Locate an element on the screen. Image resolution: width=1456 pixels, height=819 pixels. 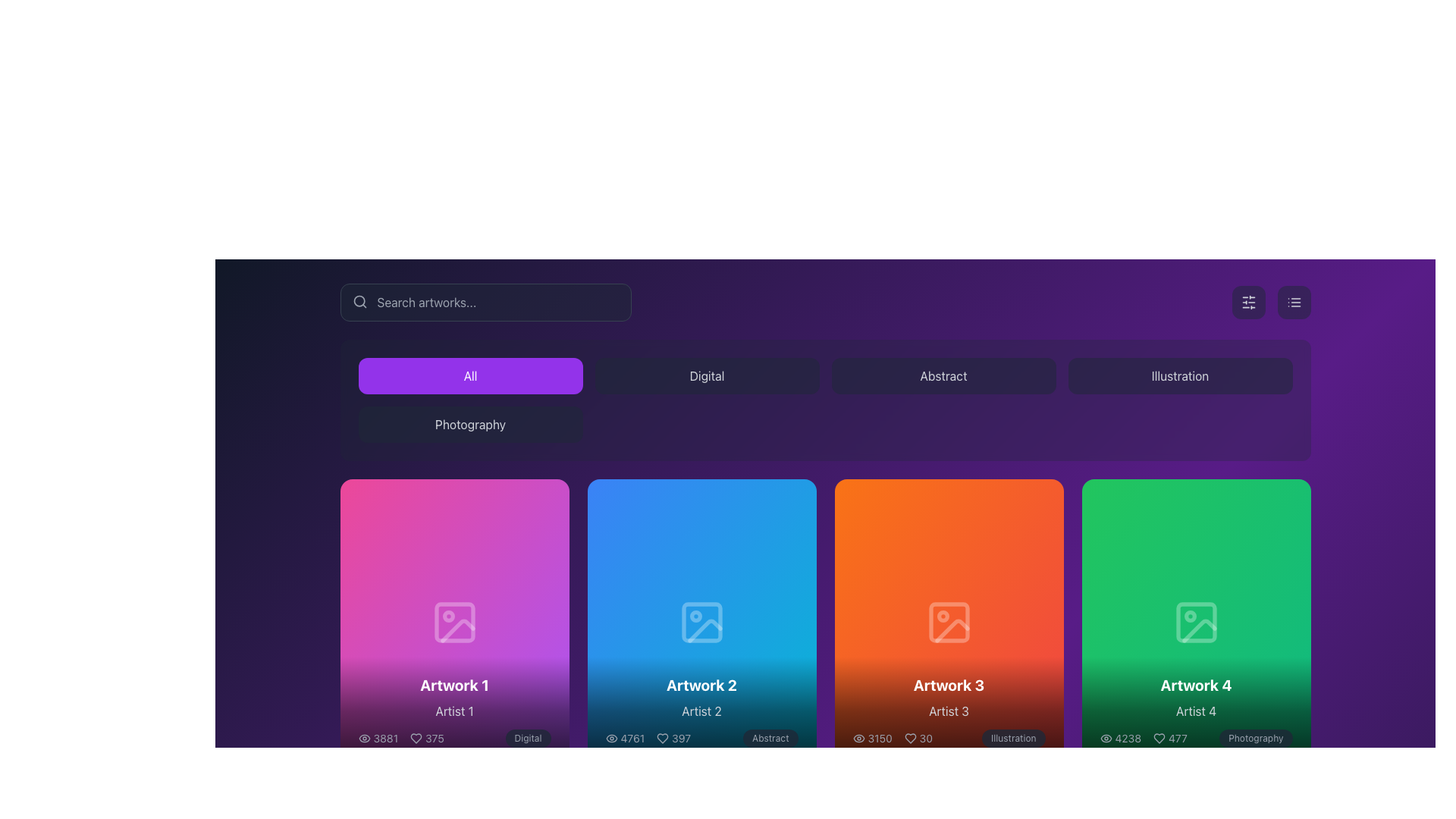
the circular button containing the heart-shaped icon is located at coordinates (409, 622).